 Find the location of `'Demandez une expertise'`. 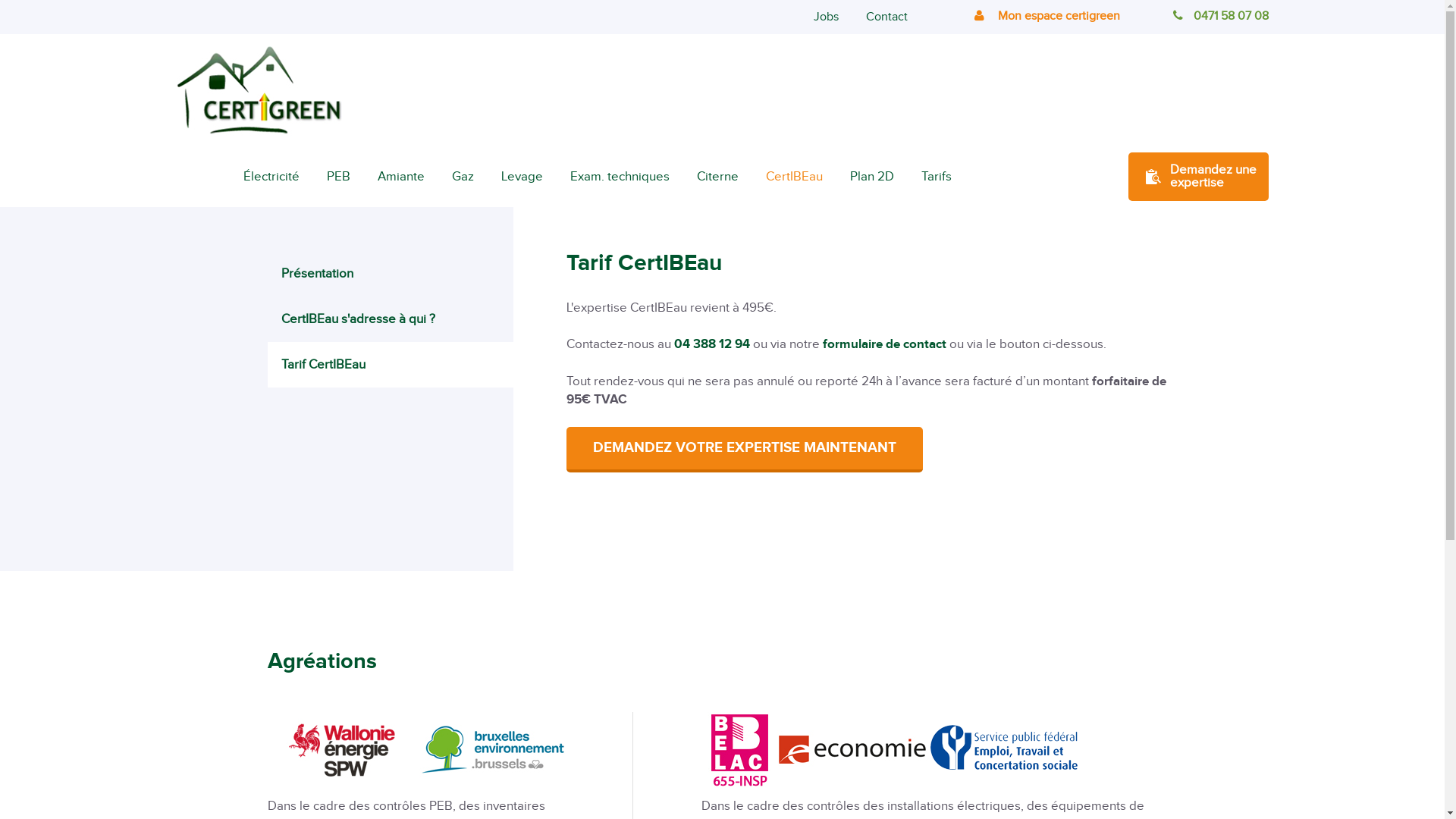

'Demandez une expertise' is located at coordinates (1128, 175).